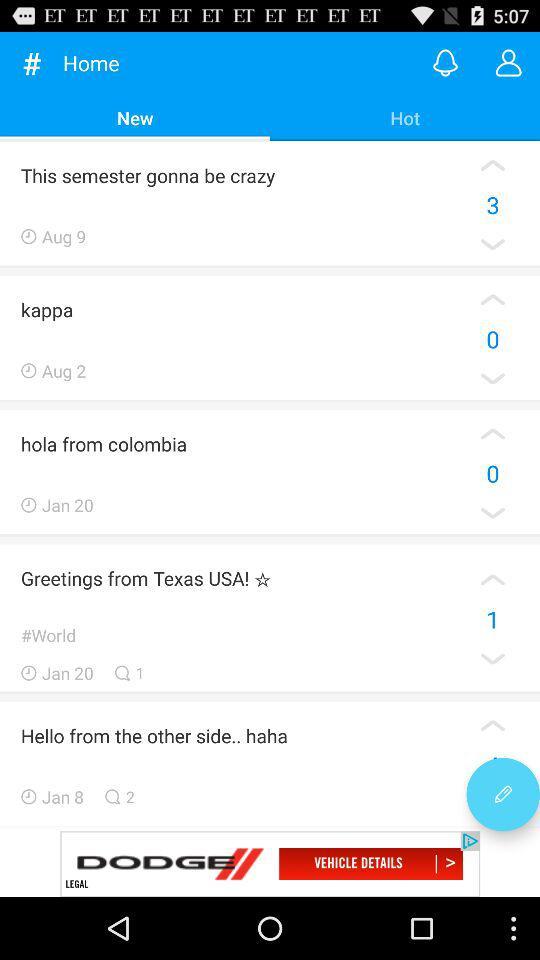  I want to click on the edit icon, so click(502, 849).